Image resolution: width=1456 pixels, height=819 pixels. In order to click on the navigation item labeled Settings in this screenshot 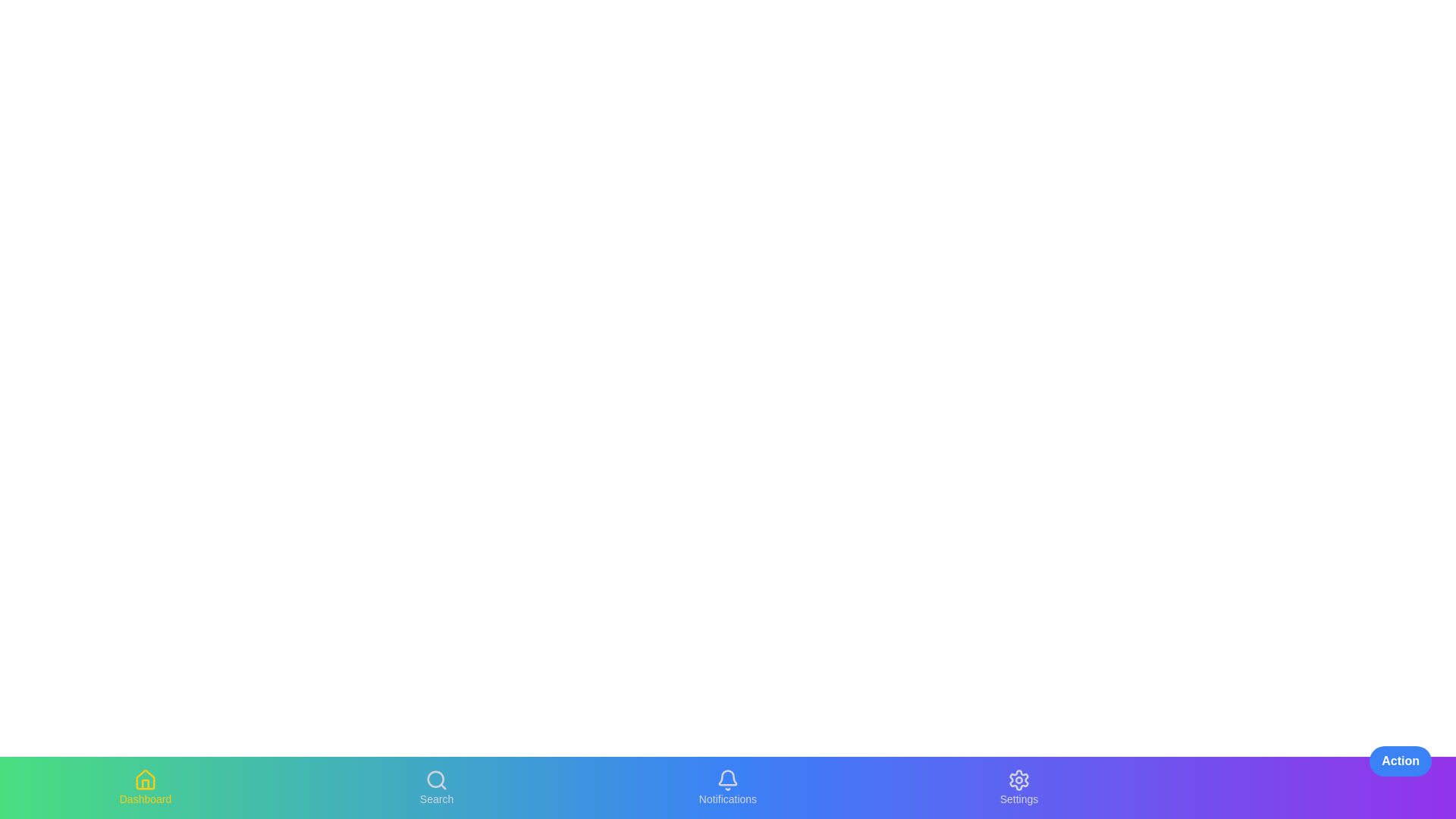, I will do `click(1019, 786)`.